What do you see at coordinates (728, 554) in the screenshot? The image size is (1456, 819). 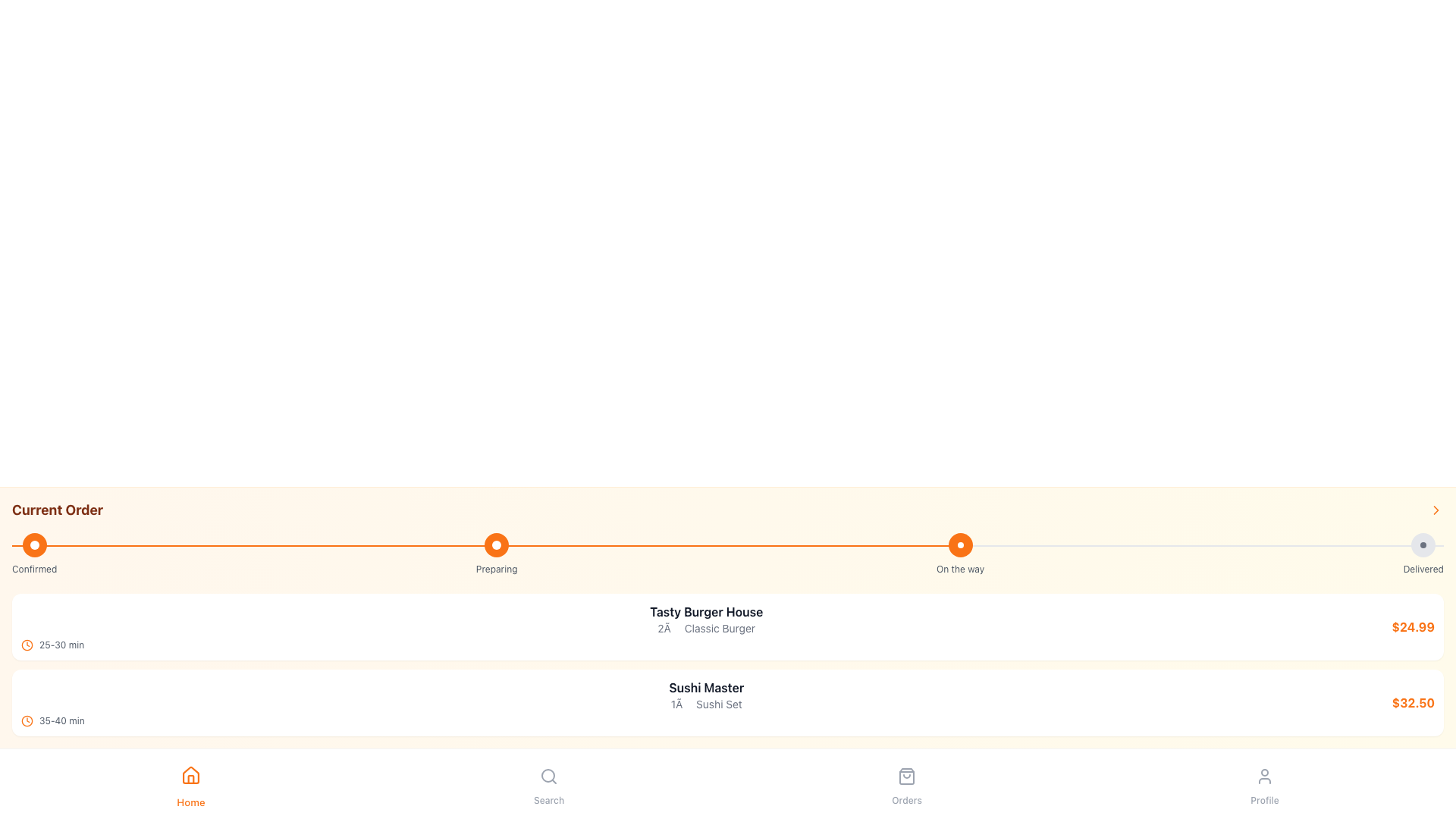 I see `the status changes visually on the horizontal progress indicator labeled 'Current Order', which shows stages: 'Confirmed', 'Preparing', 'On the way', and 'Delivered'` at bounding box center [728, 554].